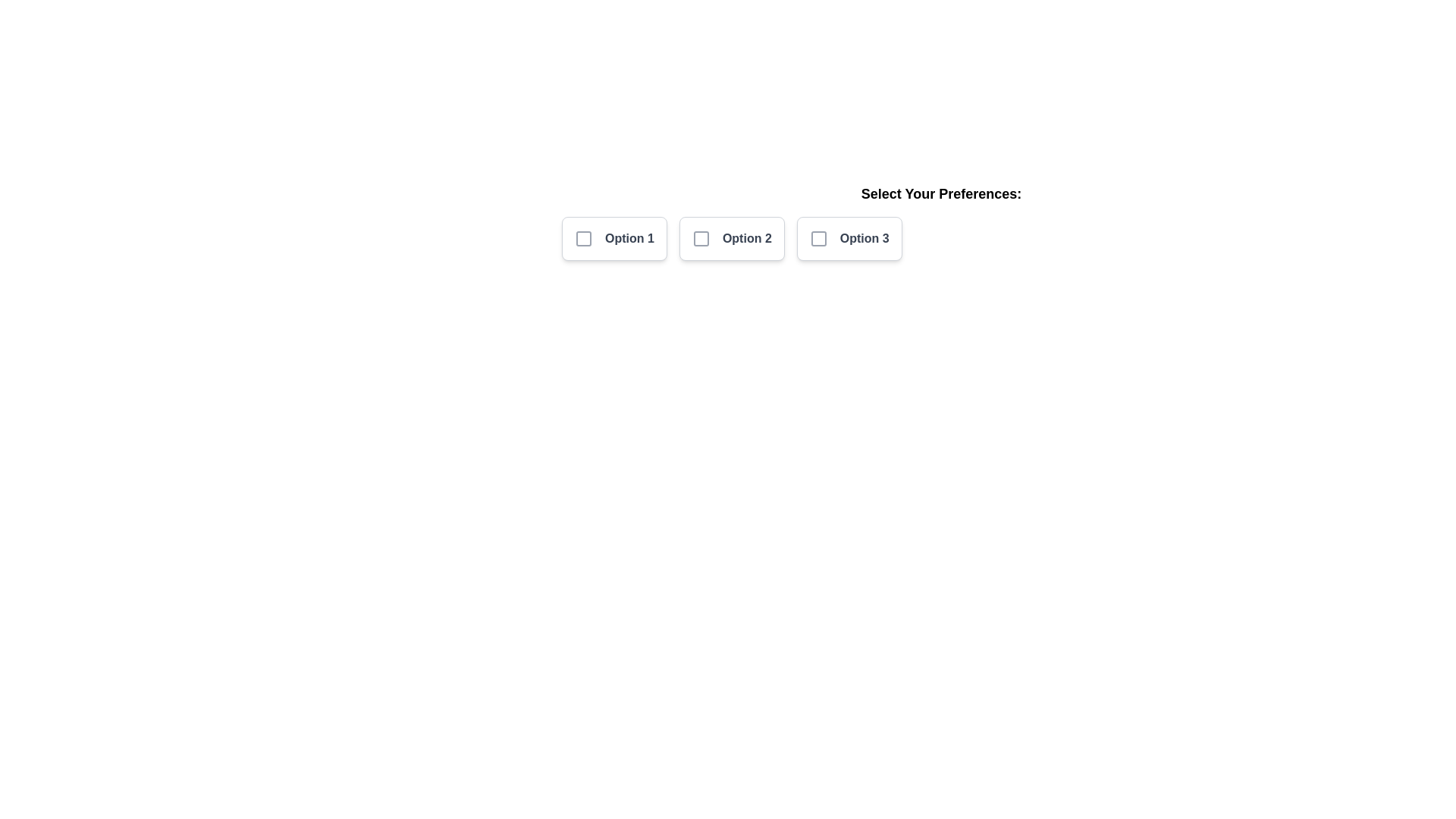  I want to click on the first Checkbox option, so click(614, 239).